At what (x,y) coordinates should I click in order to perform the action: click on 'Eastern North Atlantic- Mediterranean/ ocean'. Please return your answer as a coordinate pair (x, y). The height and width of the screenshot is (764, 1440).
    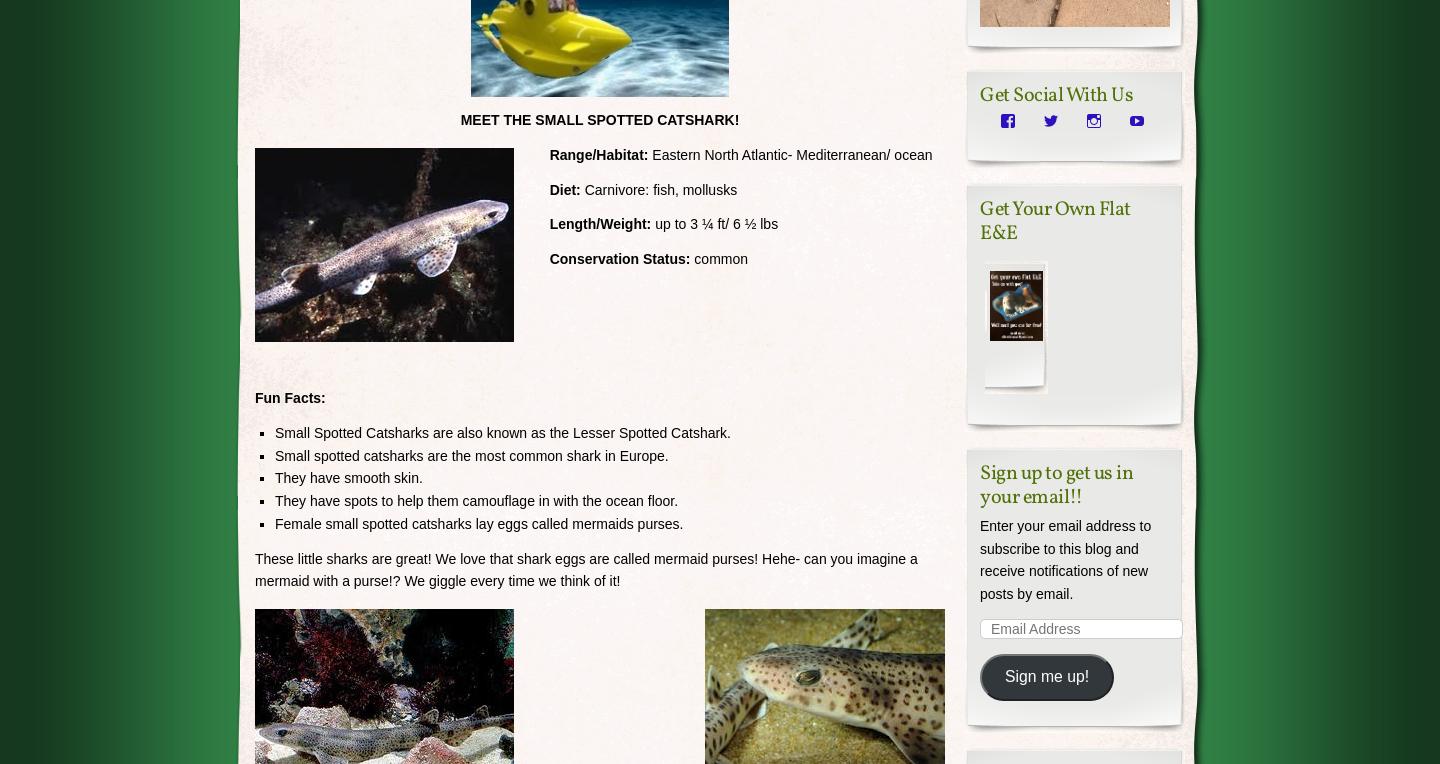
    Looking at the image, I should click on (647, 154).